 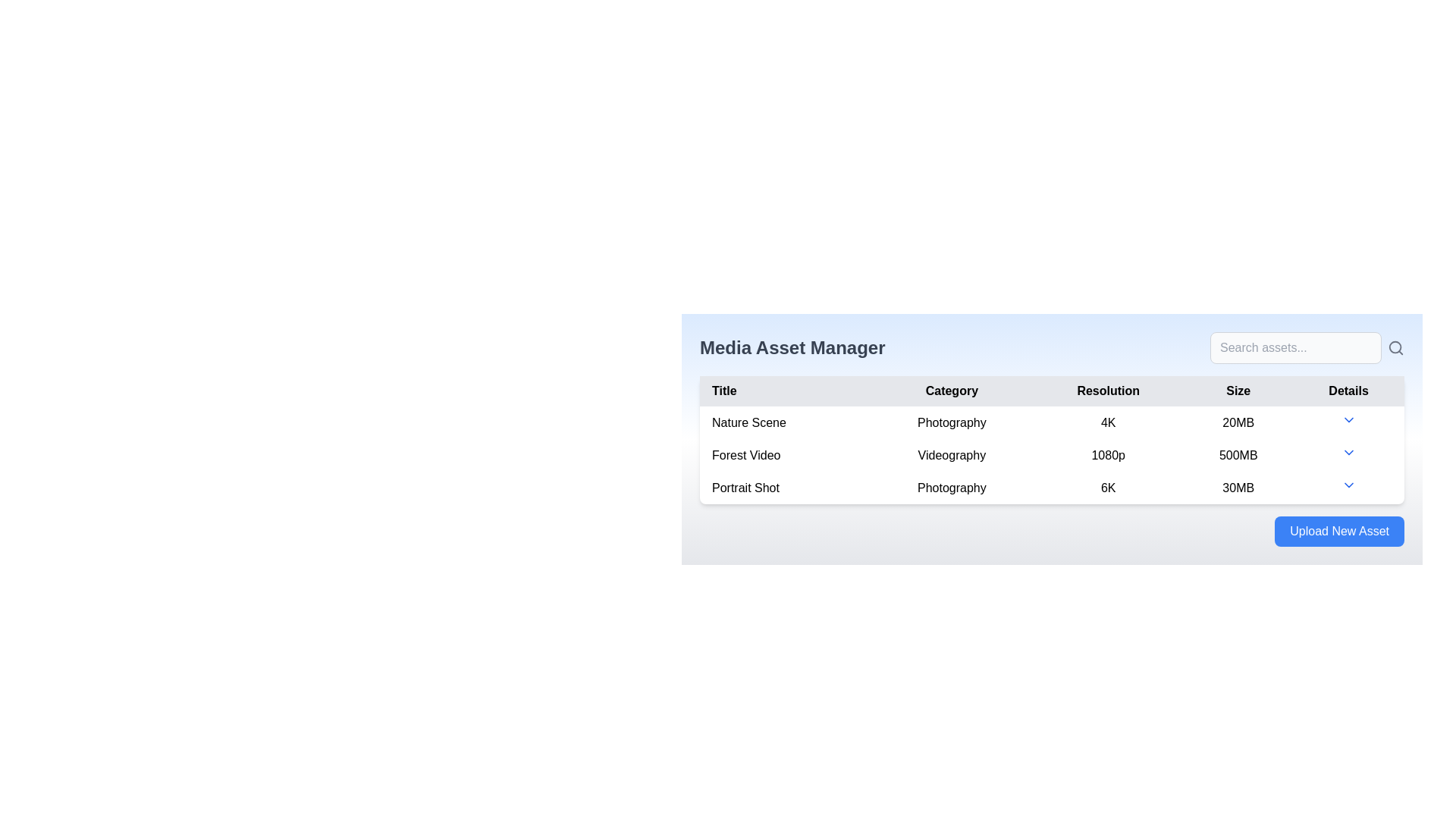 What do you see at coordinates (1238, 454) in the screenshot?
I see `text label displaying '500MB' located in the 'Size' column of the second row corresponding to the 'Forest Video' entry` at bounding box center [1238, 454].